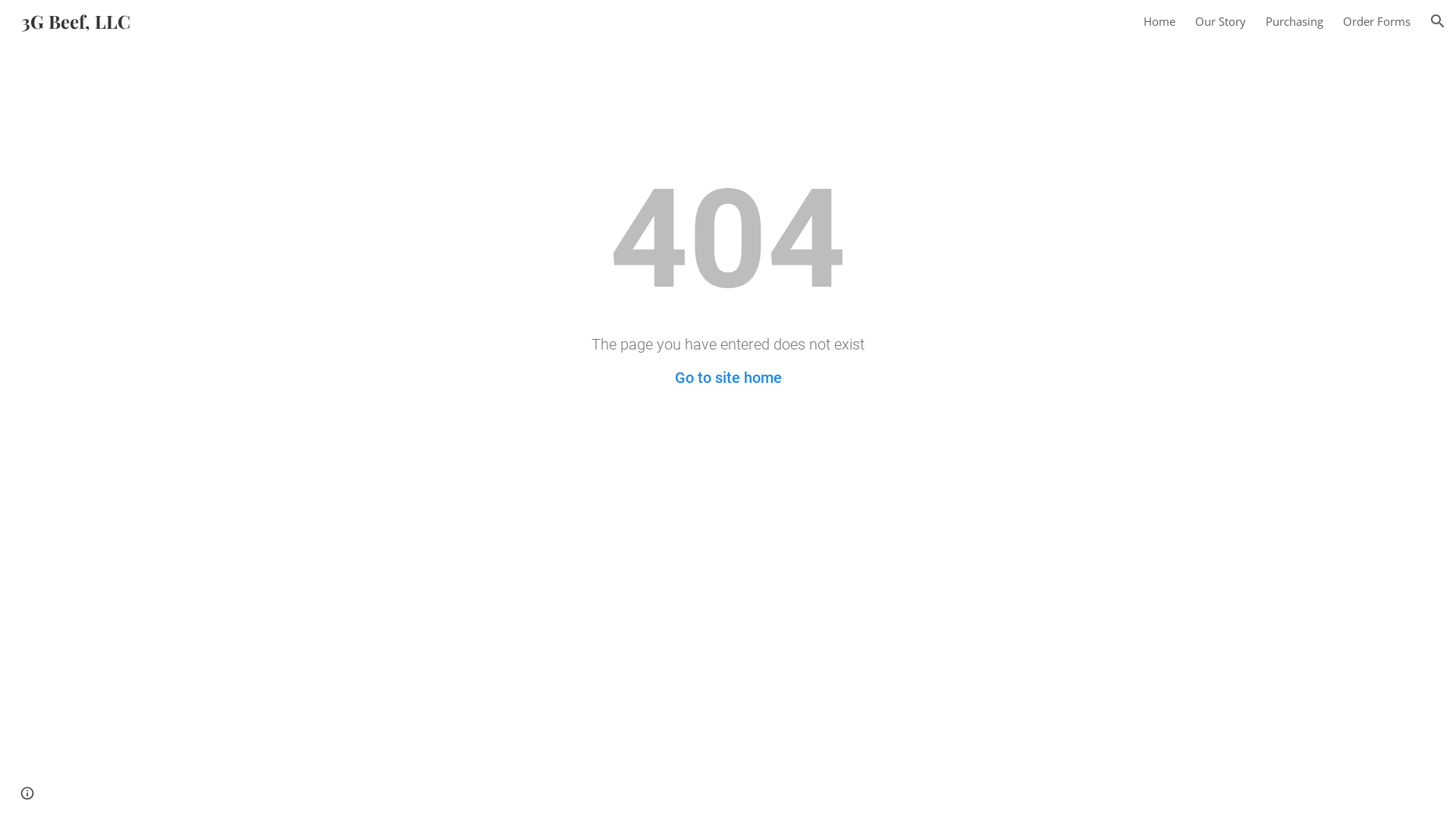 This screenshot has width=1456, height=819. I want to click on '3G Beef, LLC', so click(11, 17).